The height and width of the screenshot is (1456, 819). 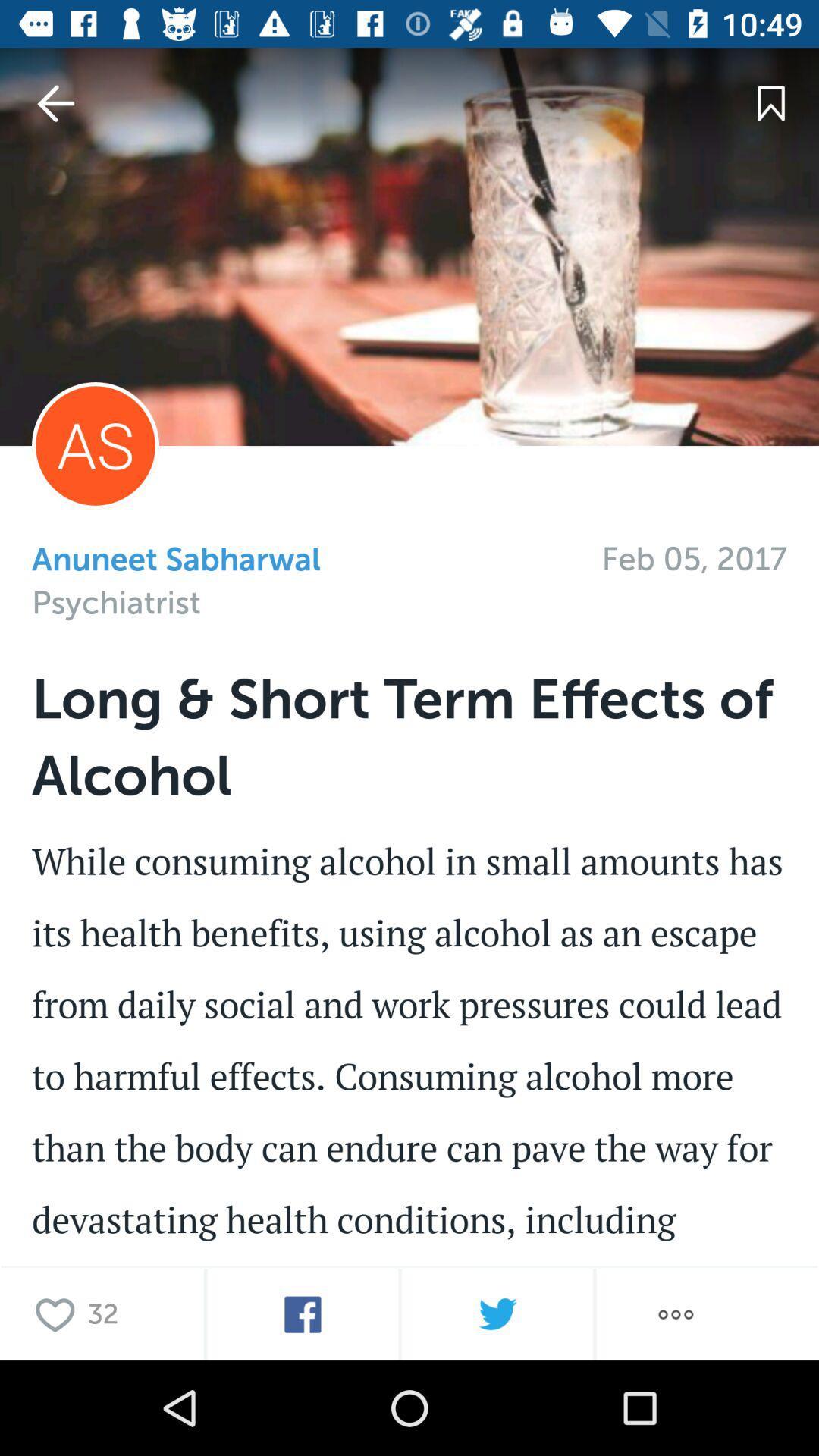 I want to click on article content, so click(x=409, y=1094).